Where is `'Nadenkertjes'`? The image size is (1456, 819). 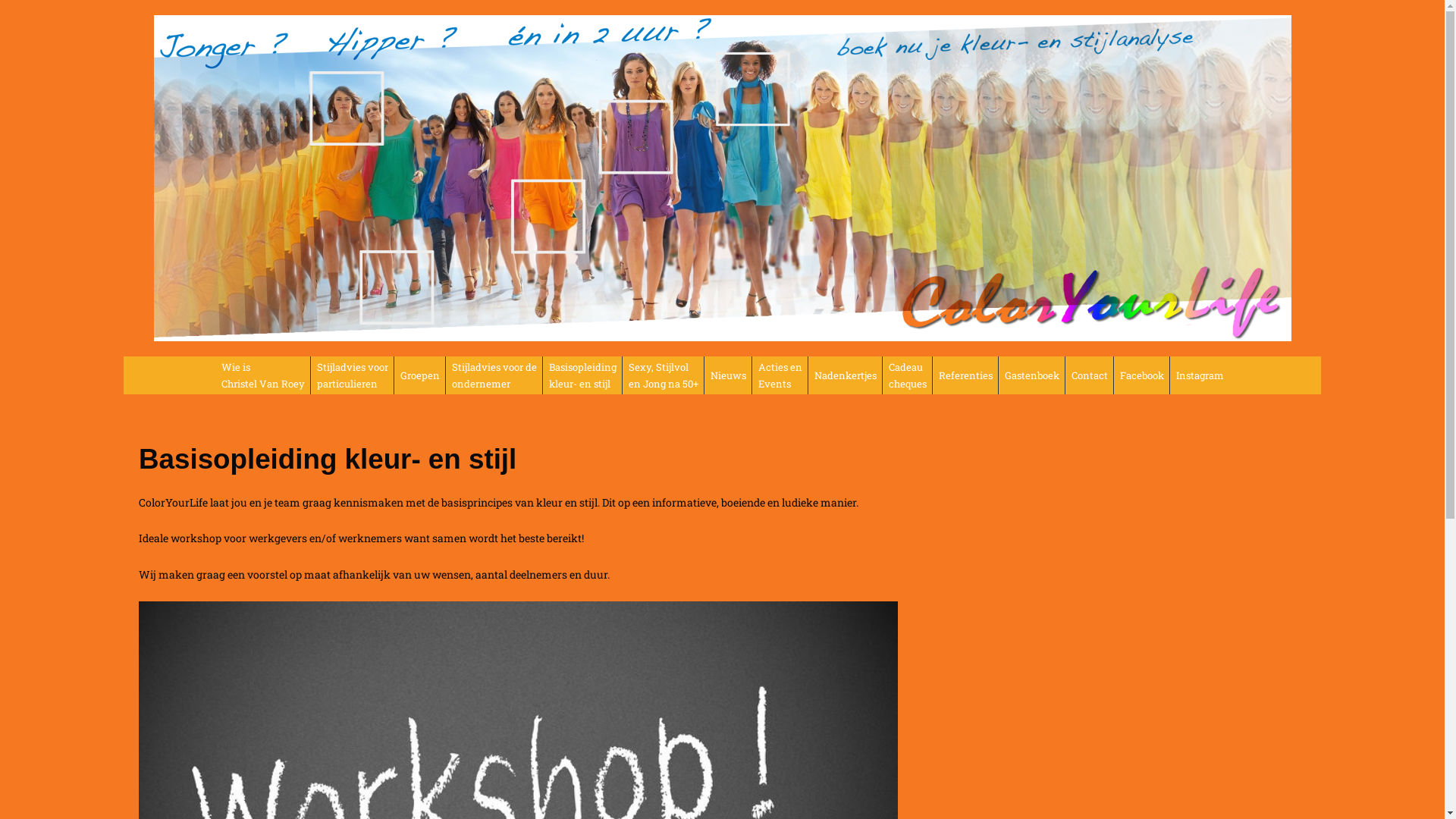
'Nadenkertjes' is located at coordinates (844, 375).